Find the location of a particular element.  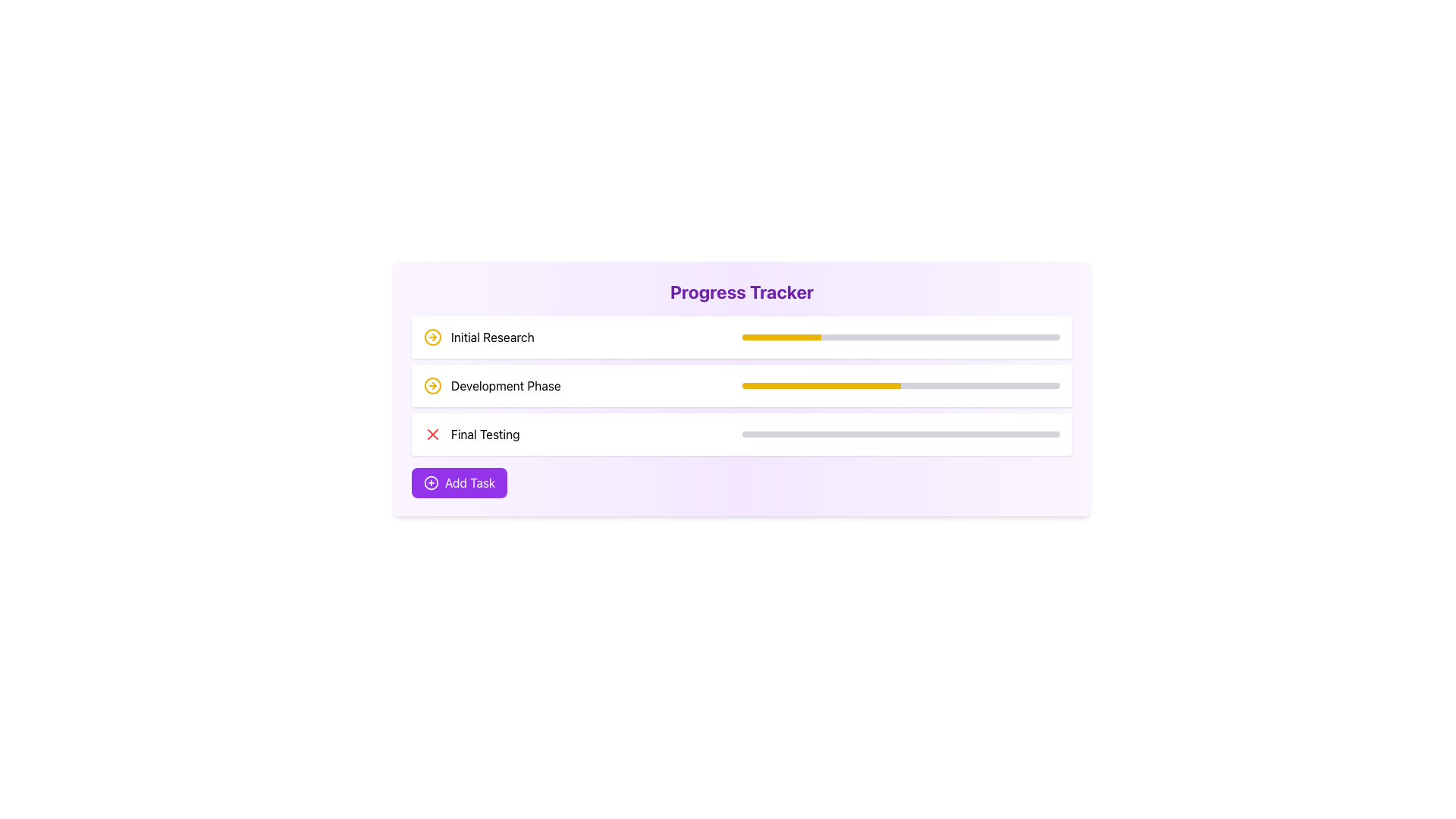

the yellow rectangular progress indicator located under the 'Initial Research' section of the progress tracker interface is located at coordinates (781, 336).